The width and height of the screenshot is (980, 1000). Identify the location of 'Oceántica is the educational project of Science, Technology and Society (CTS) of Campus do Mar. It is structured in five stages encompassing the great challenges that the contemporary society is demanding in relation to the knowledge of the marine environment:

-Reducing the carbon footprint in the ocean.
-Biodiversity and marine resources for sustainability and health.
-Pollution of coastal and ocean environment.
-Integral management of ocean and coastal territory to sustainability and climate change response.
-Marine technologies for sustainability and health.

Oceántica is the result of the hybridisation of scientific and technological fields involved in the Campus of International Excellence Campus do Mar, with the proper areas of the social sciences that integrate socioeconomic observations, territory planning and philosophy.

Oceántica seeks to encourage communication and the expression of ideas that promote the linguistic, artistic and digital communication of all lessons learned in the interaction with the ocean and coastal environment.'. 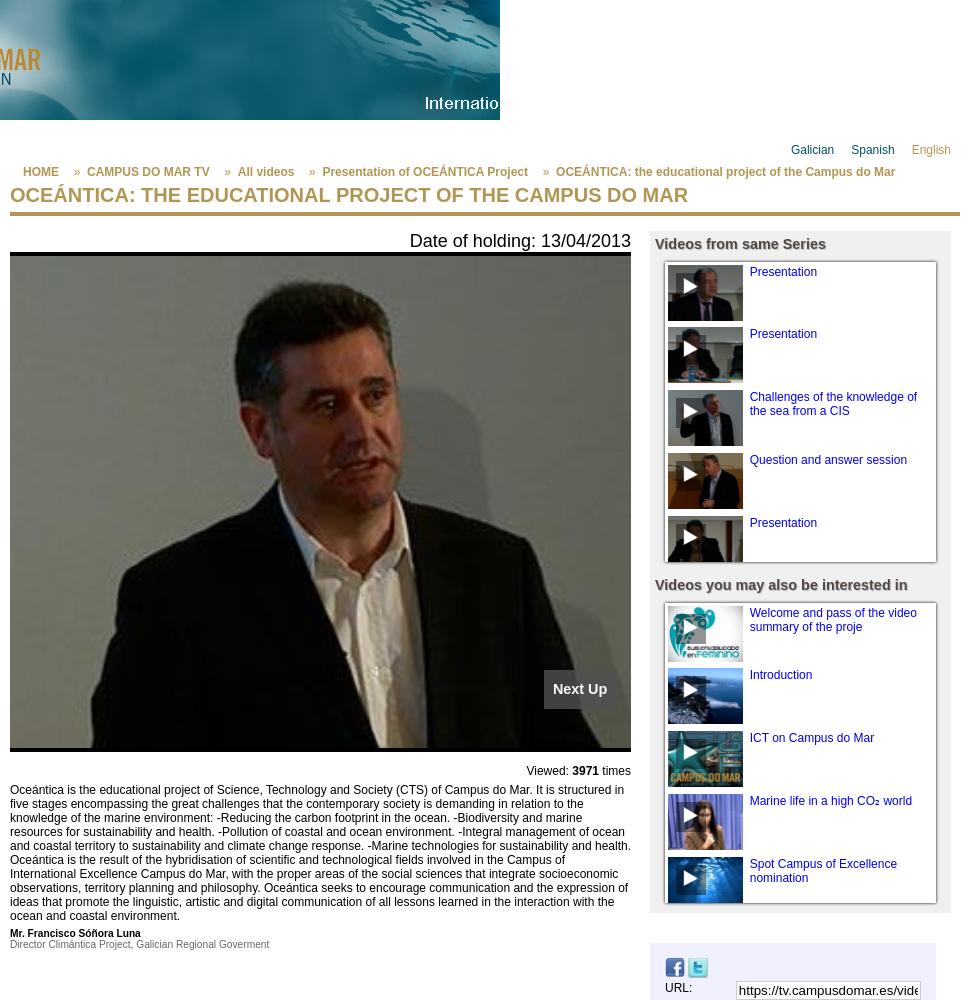
(320, 852).